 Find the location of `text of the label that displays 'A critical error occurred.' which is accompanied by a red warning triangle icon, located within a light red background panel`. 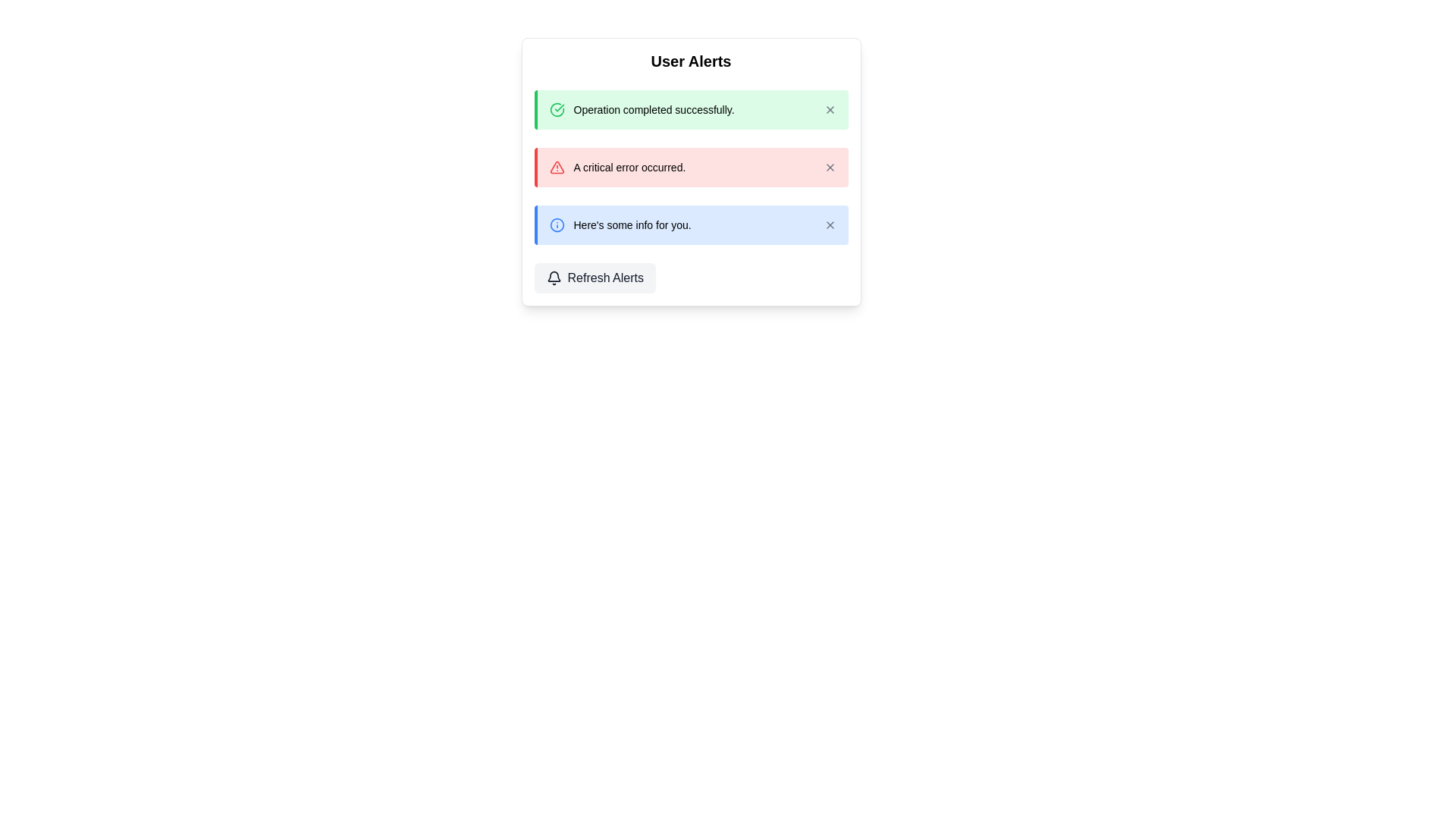

text of the label that displays 'A critical error occurred.' which is accompanied by a red warning triangle icon, located within a light red background panel is located at coordinates (617, 167).